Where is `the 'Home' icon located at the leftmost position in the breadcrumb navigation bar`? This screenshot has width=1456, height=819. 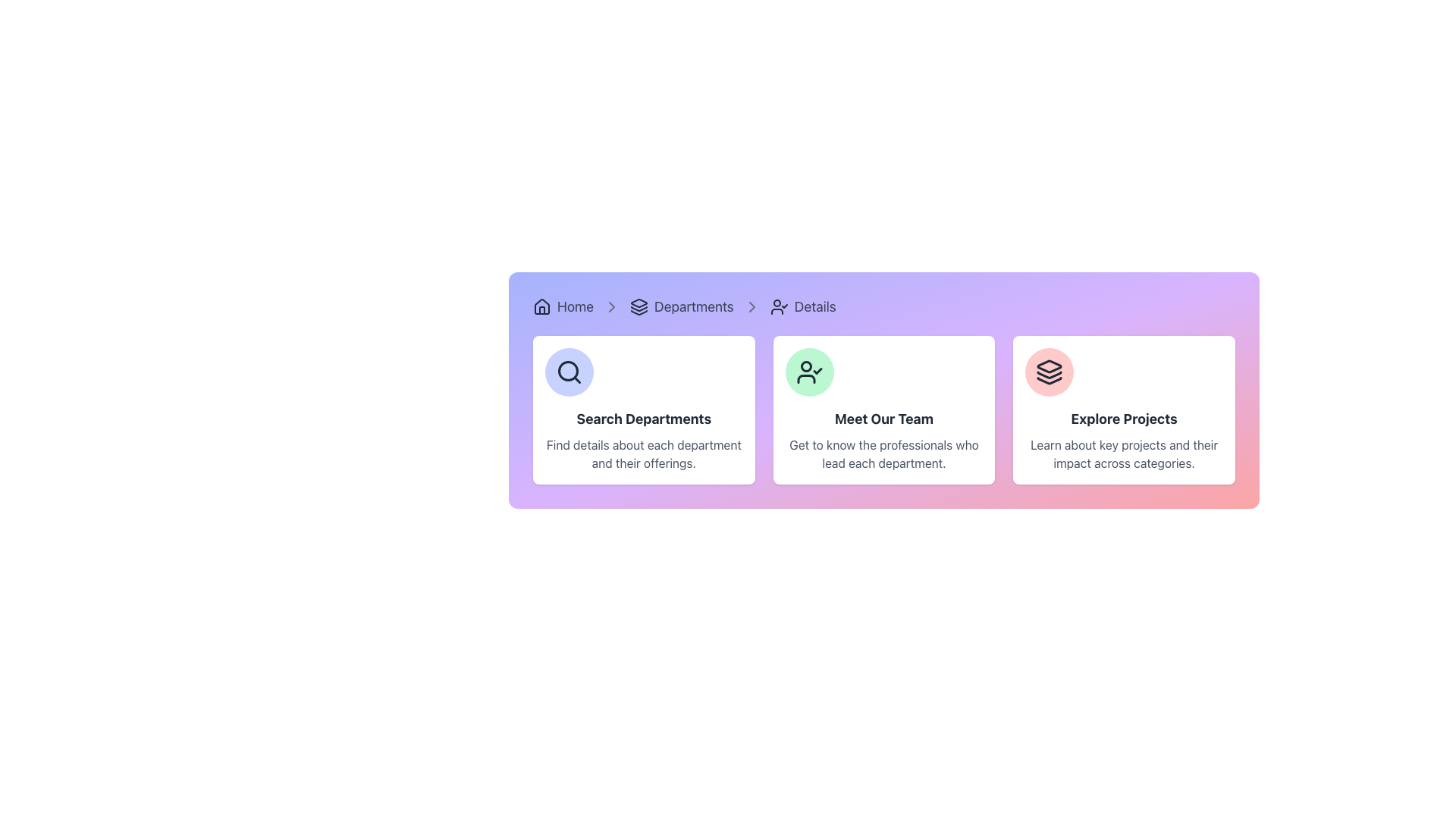
the 'Home' icon located at the leftmost position in the breadcrumb navigation bar is located at coordinates (542, 307).